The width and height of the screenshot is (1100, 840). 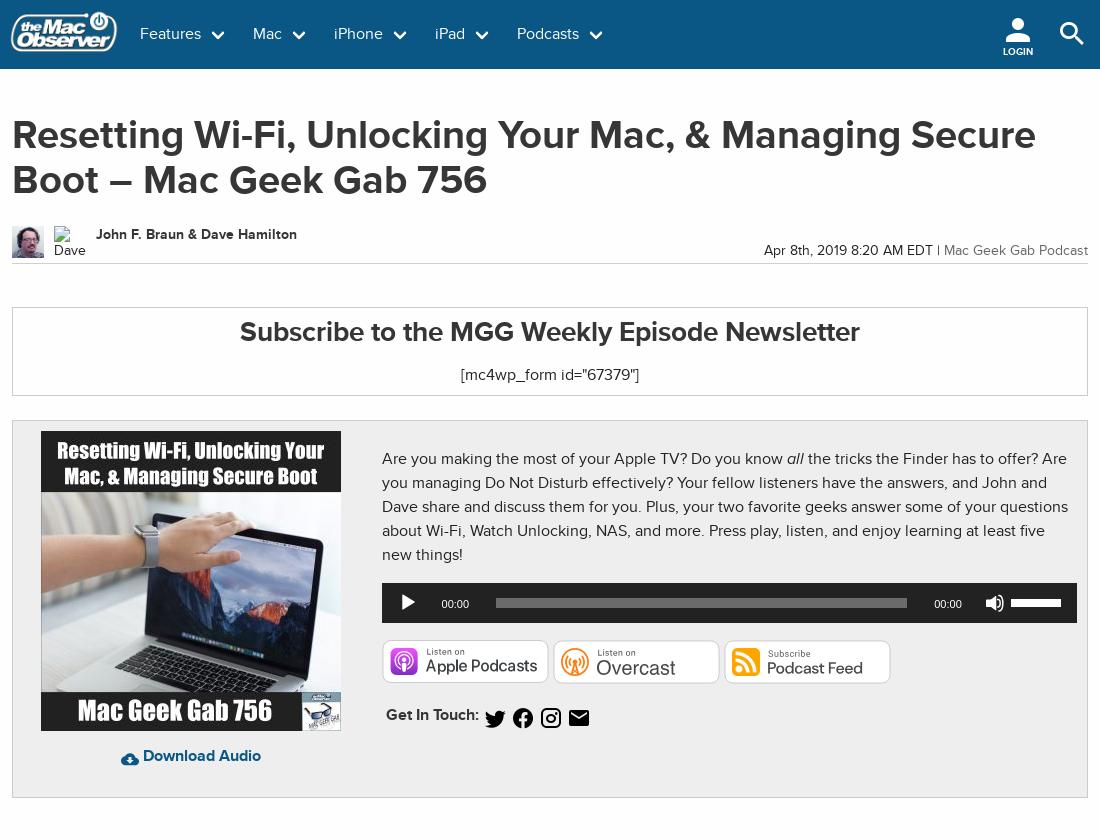 I want to click on 'Subscribe to the MGG Weekly Episode Newsletter', so click(x=550, y=331).